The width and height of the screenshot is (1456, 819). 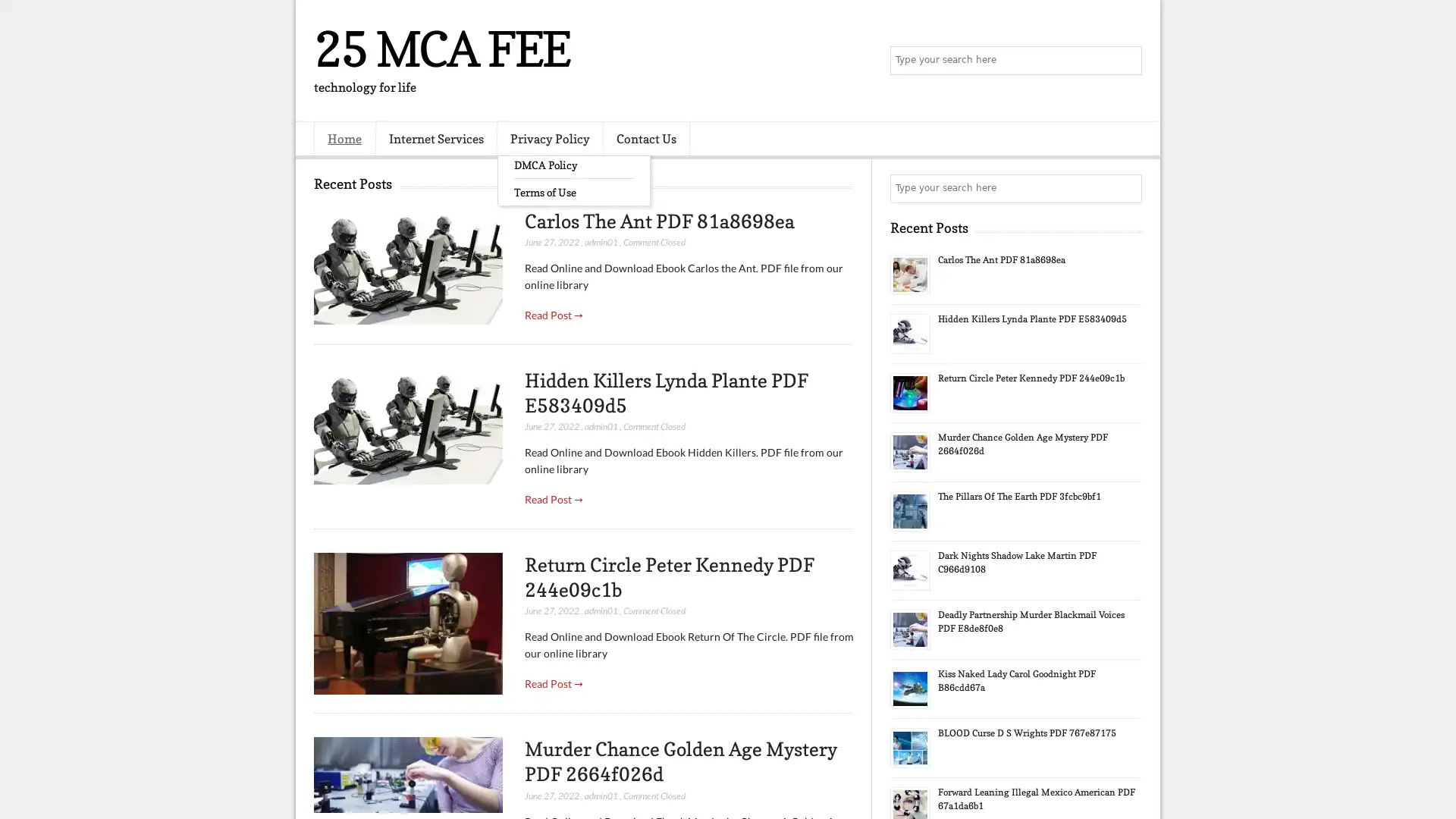 What do you see at coordinates (1126, 61) in the screenshot?
I see `Search` at bounding box center [1126, 61].